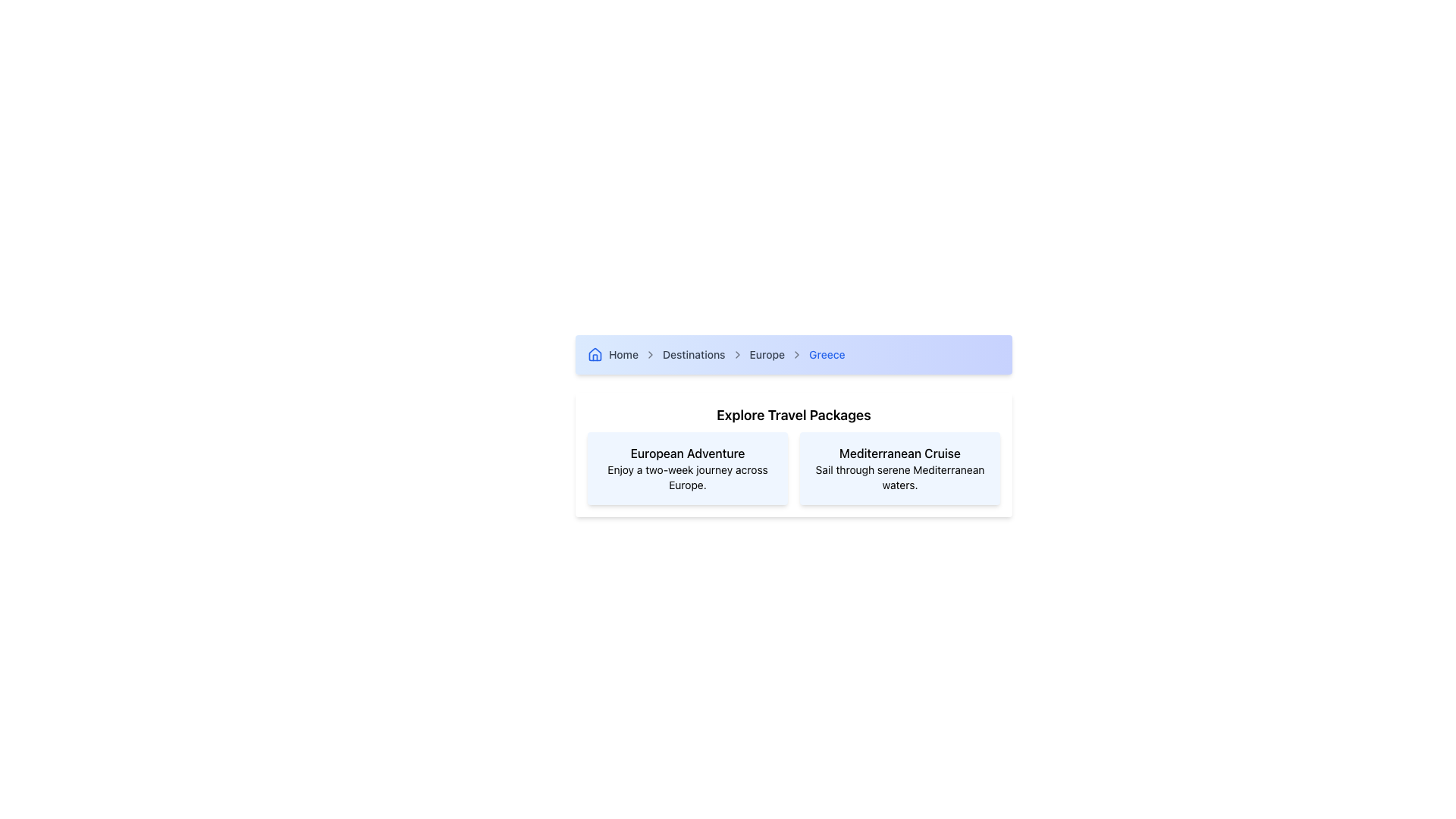 This screenshot has height=819, width=1456. I want to click on the text content within the text block that contains 'Enjoy a two-week journey across Europe.' styled with 'text-sm', located below the heading 'European Adventure' in the left card of a two-card layout, so click(687, 476).